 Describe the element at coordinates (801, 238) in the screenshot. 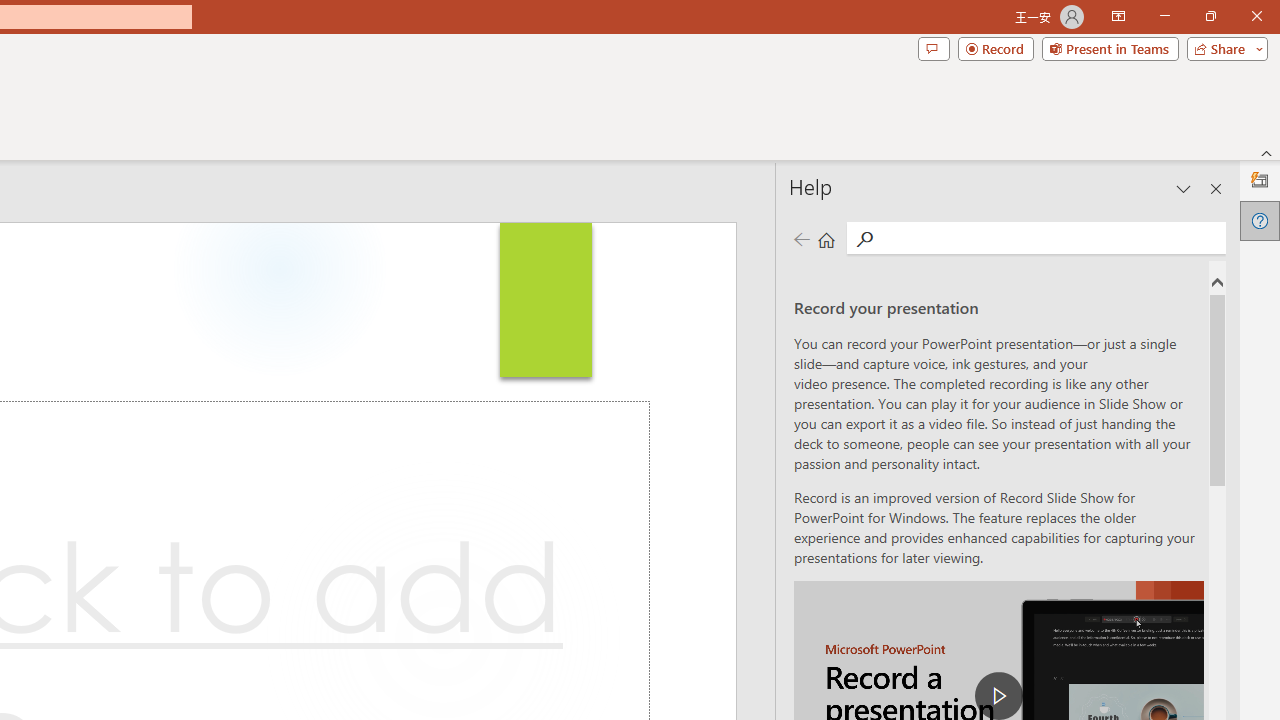

I see `'Previous page'` at that location.